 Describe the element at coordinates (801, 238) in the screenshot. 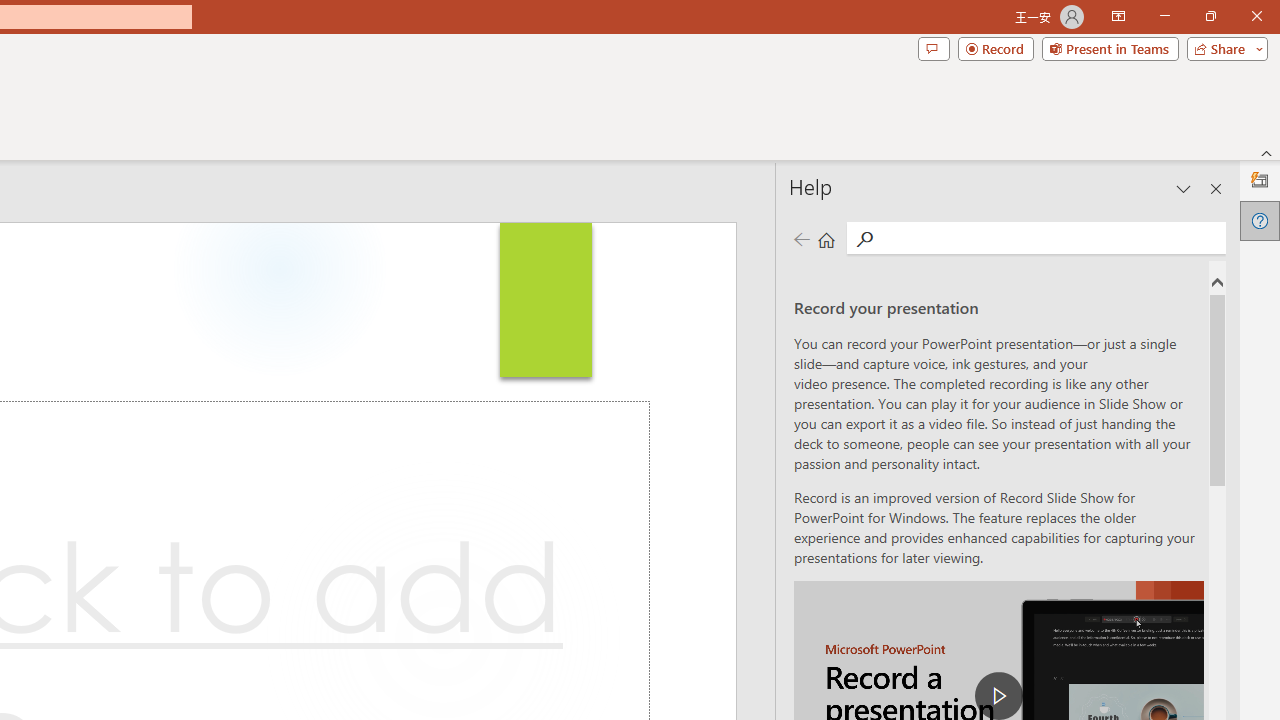

I see `'Previous page'` at that location.